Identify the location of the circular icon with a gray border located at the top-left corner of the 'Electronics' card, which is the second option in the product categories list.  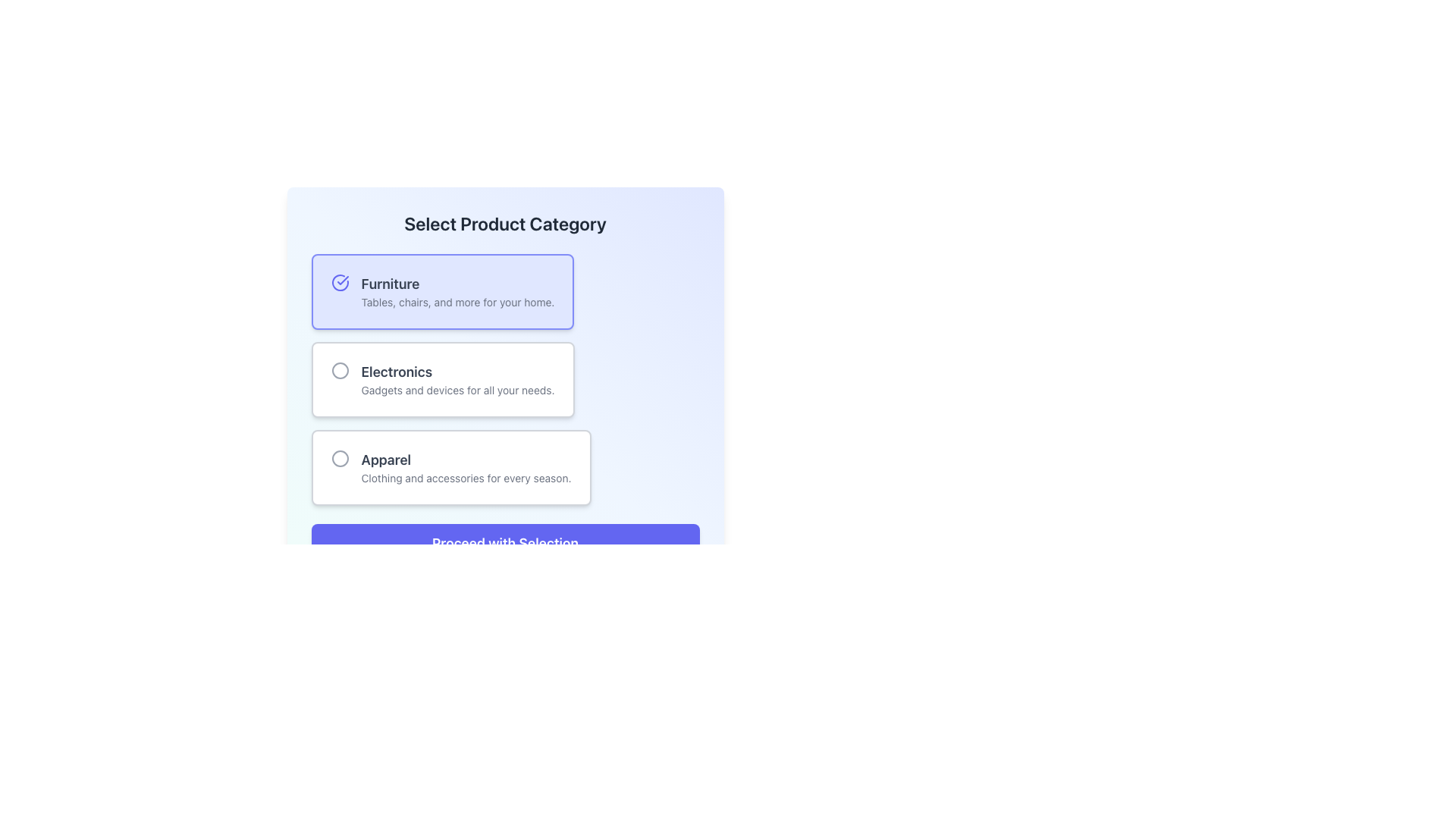
(339, 371).